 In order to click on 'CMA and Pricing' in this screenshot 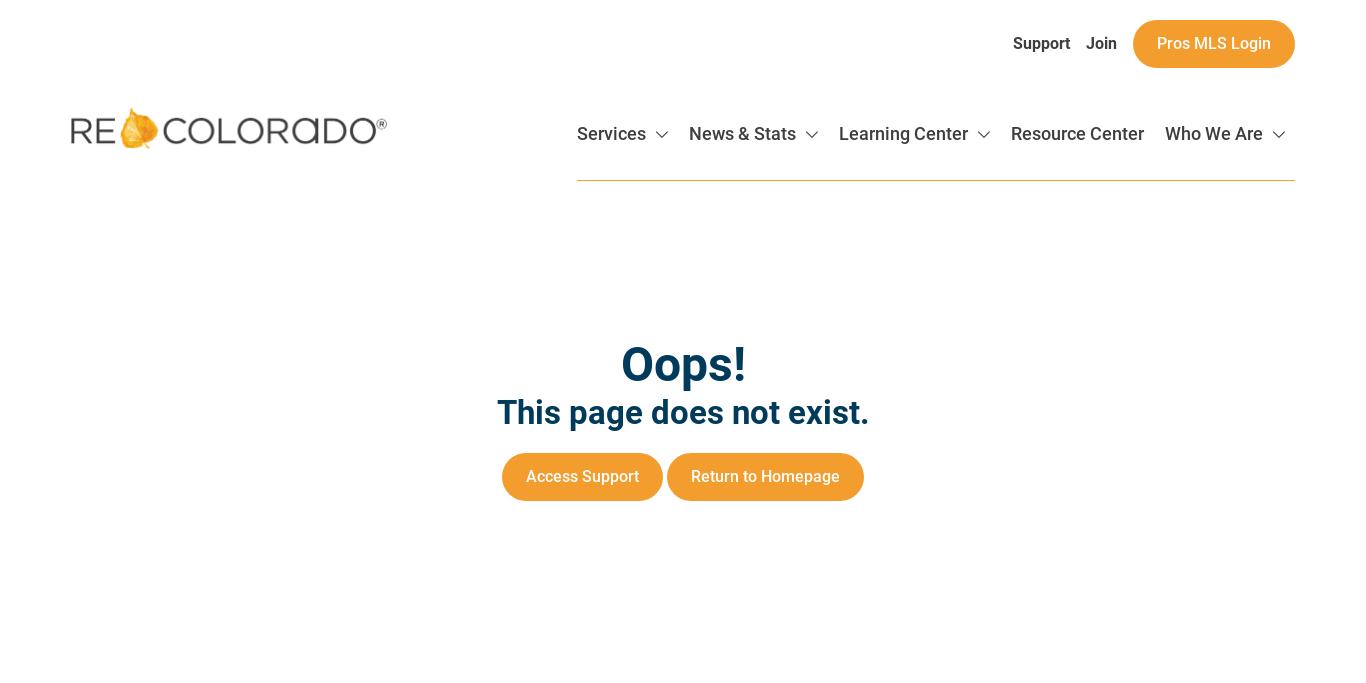, I will do `click(1145, 494)`.